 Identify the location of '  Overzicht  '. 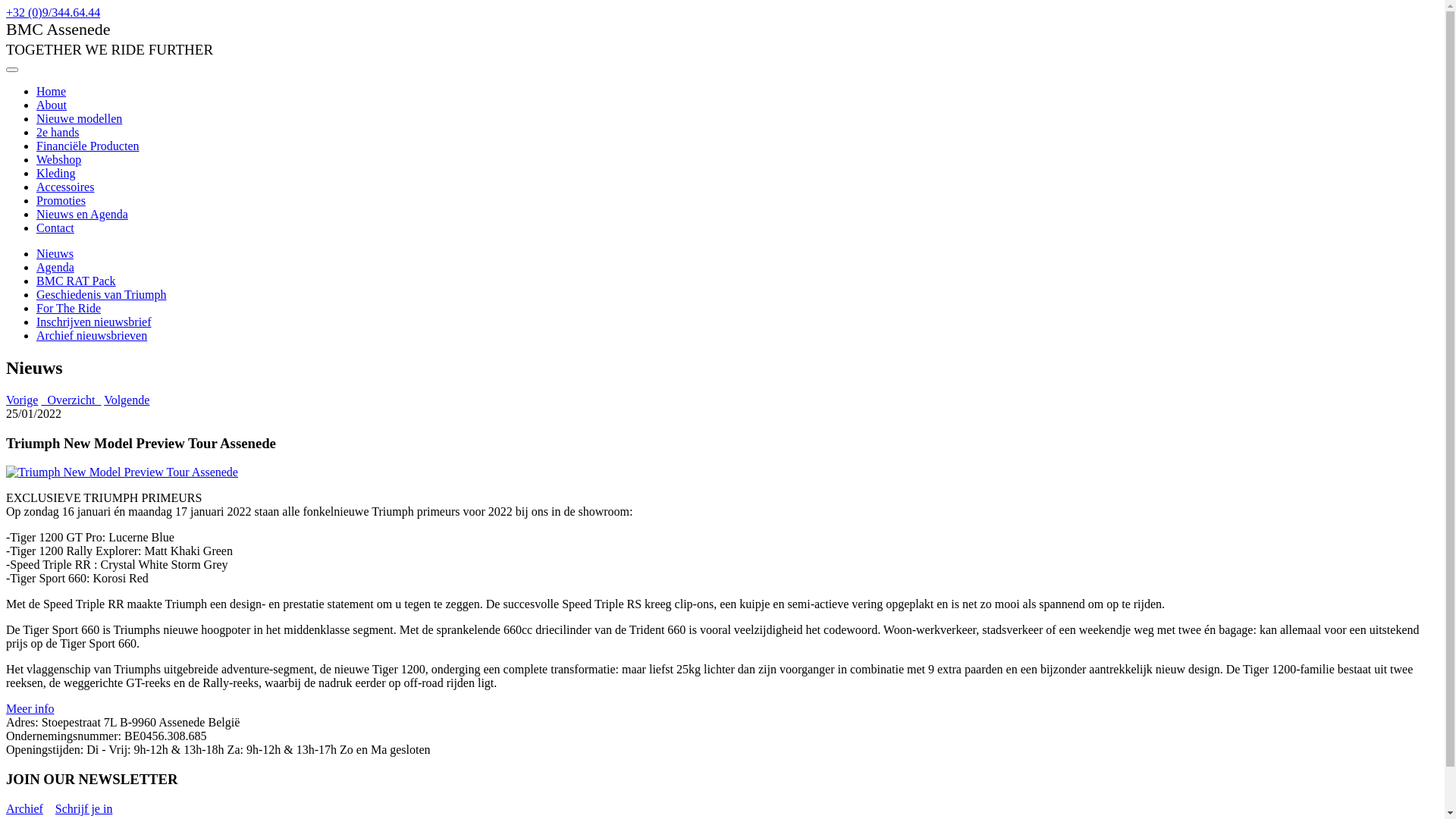
(70, 399).